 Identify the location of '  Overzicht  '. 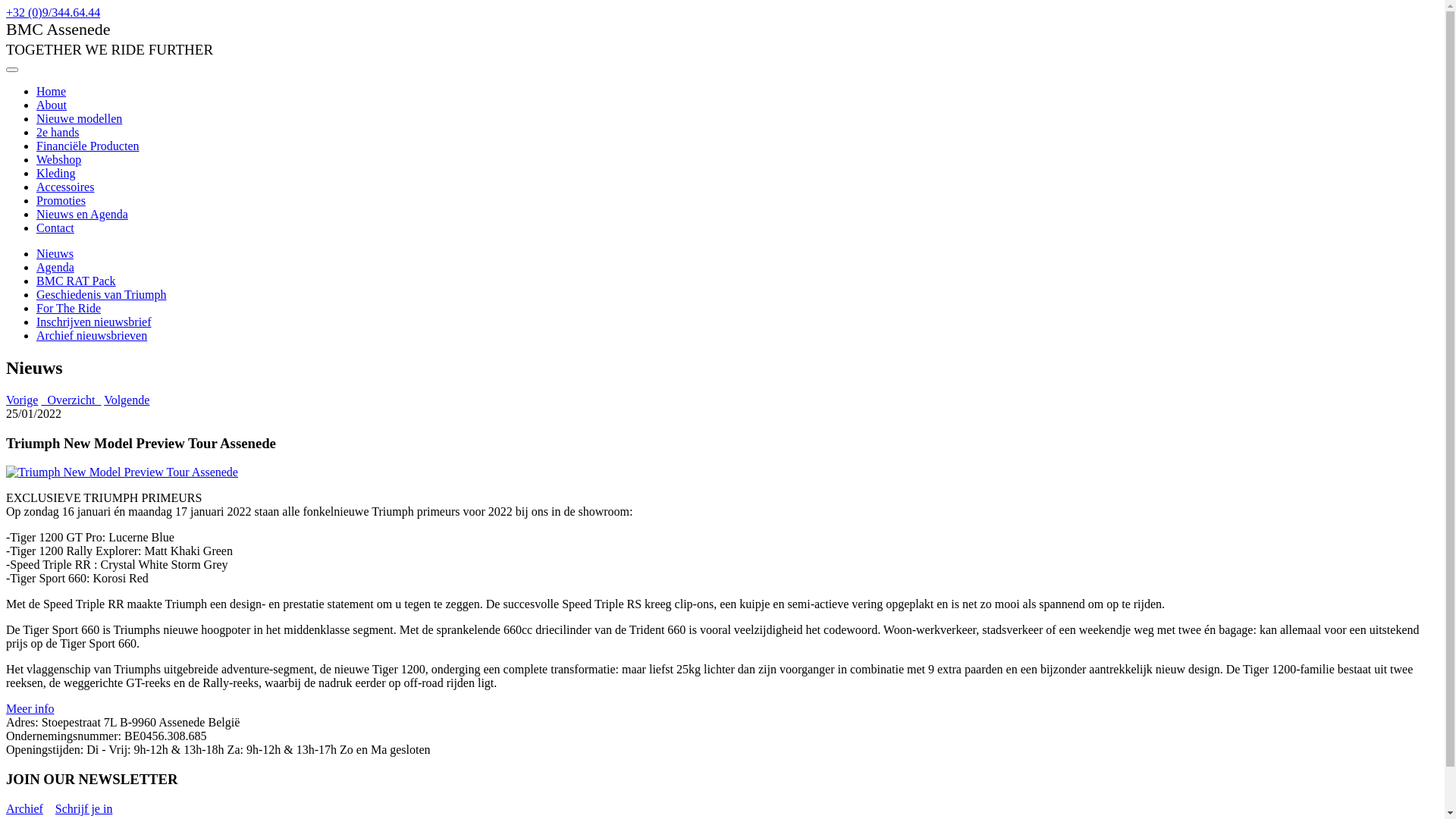
(70, 399).